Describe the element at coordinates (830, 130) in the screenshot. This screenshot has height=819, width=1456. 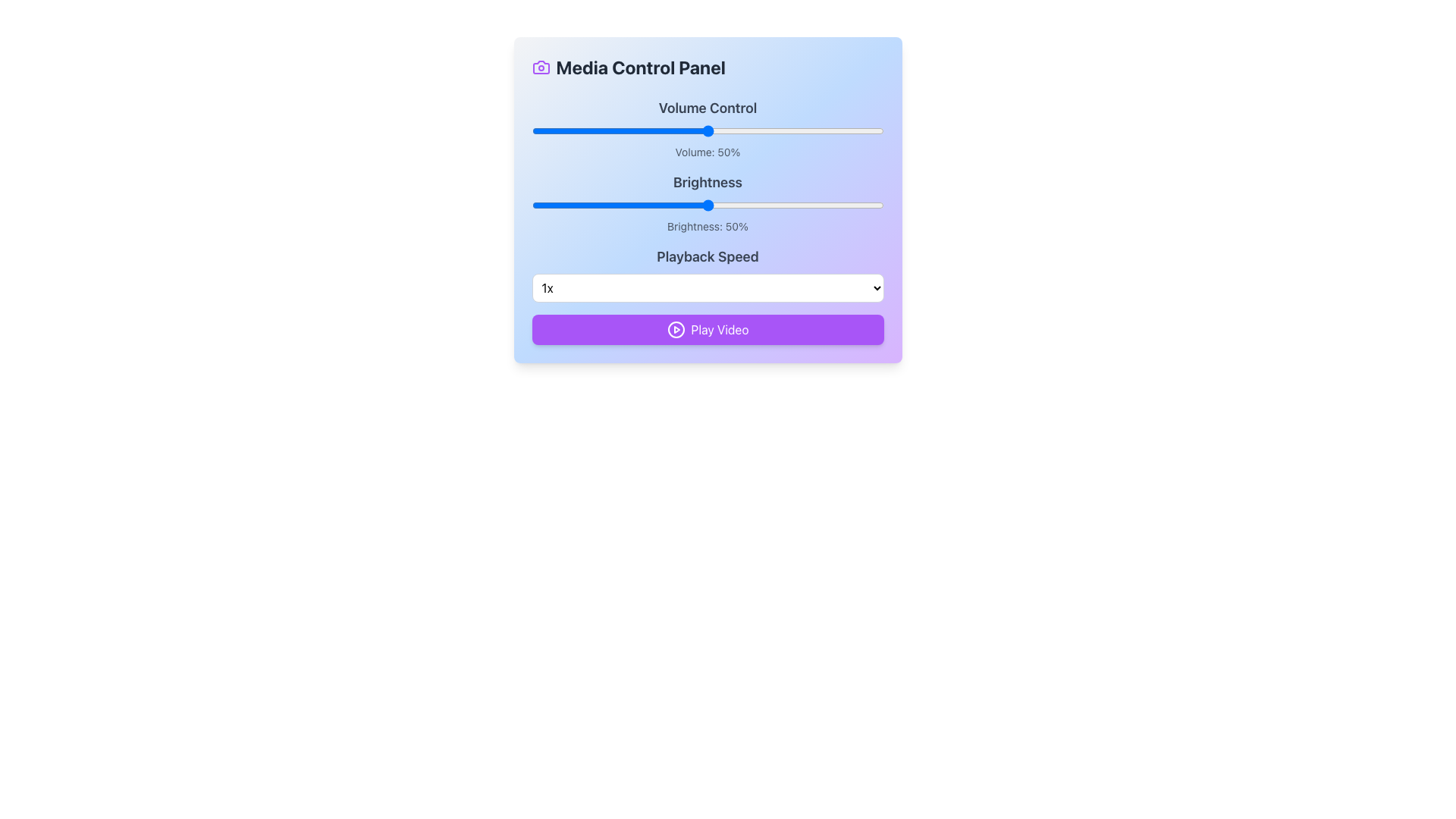
I see `volume` at that location.